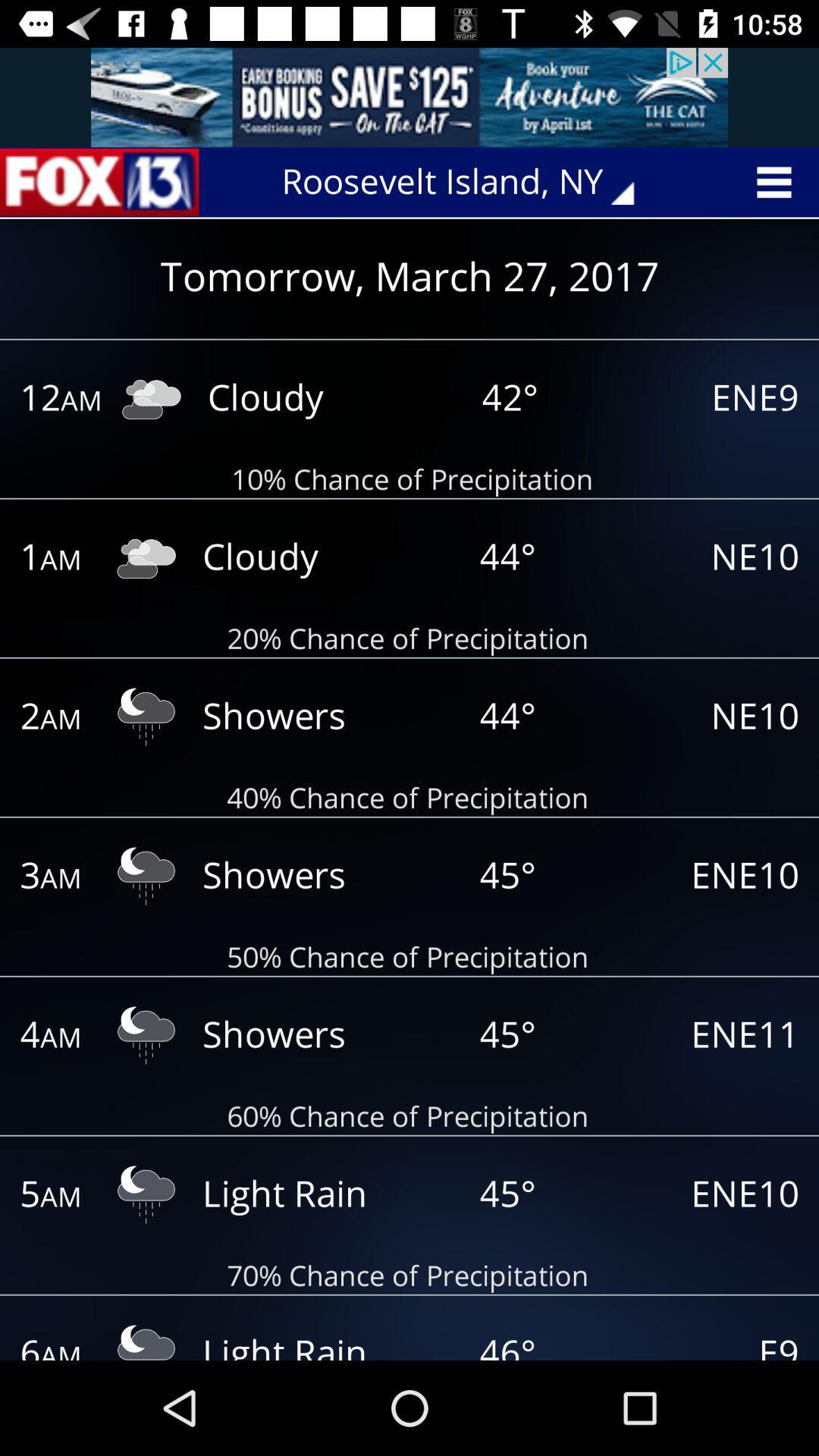  What do you see at coordinates (99, 182) in the screenshot?
I see `news site` at bounding box center [99, 182].